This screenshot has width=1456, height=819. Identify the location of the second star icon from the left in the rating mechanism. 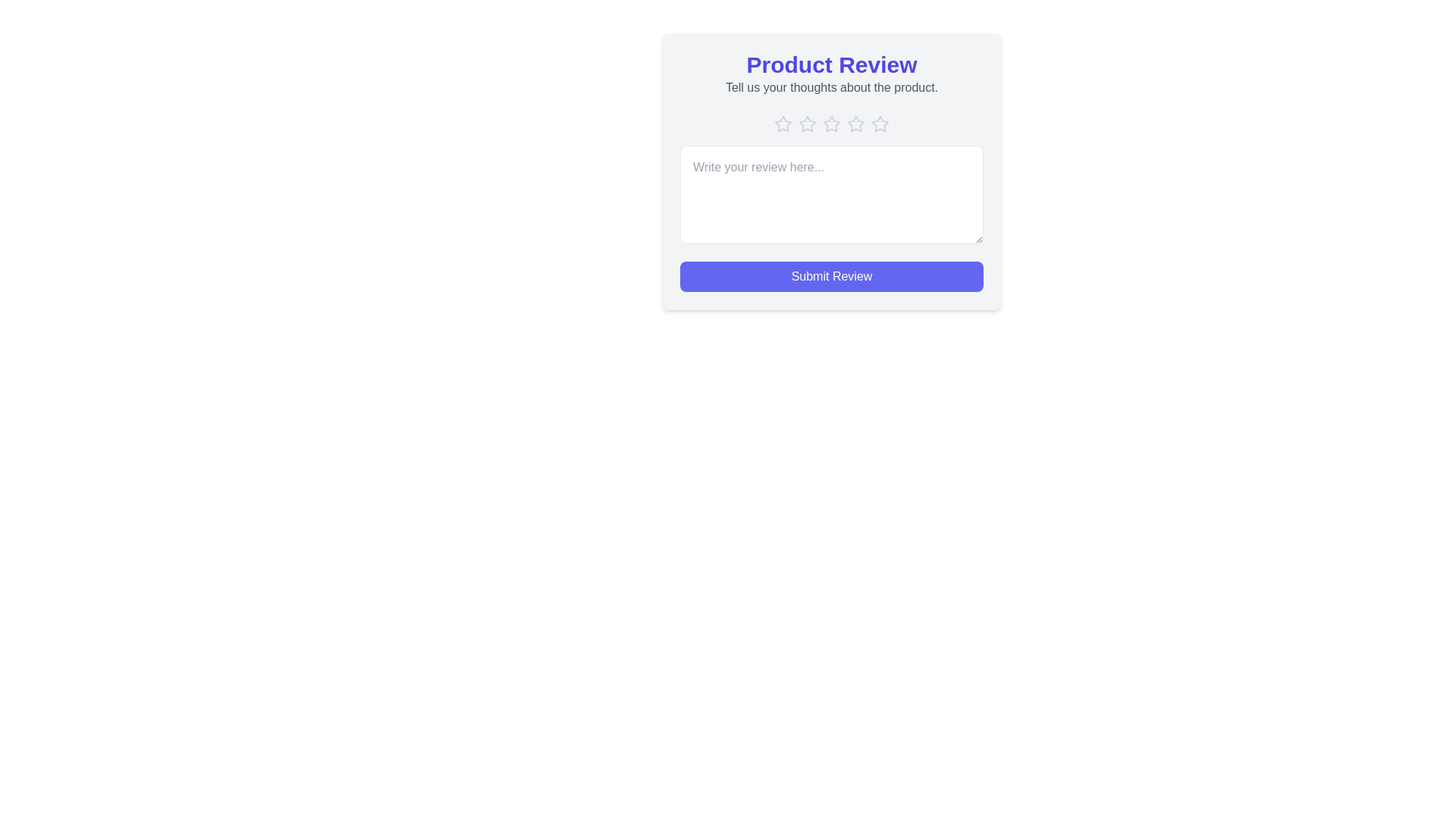
(807, 123).